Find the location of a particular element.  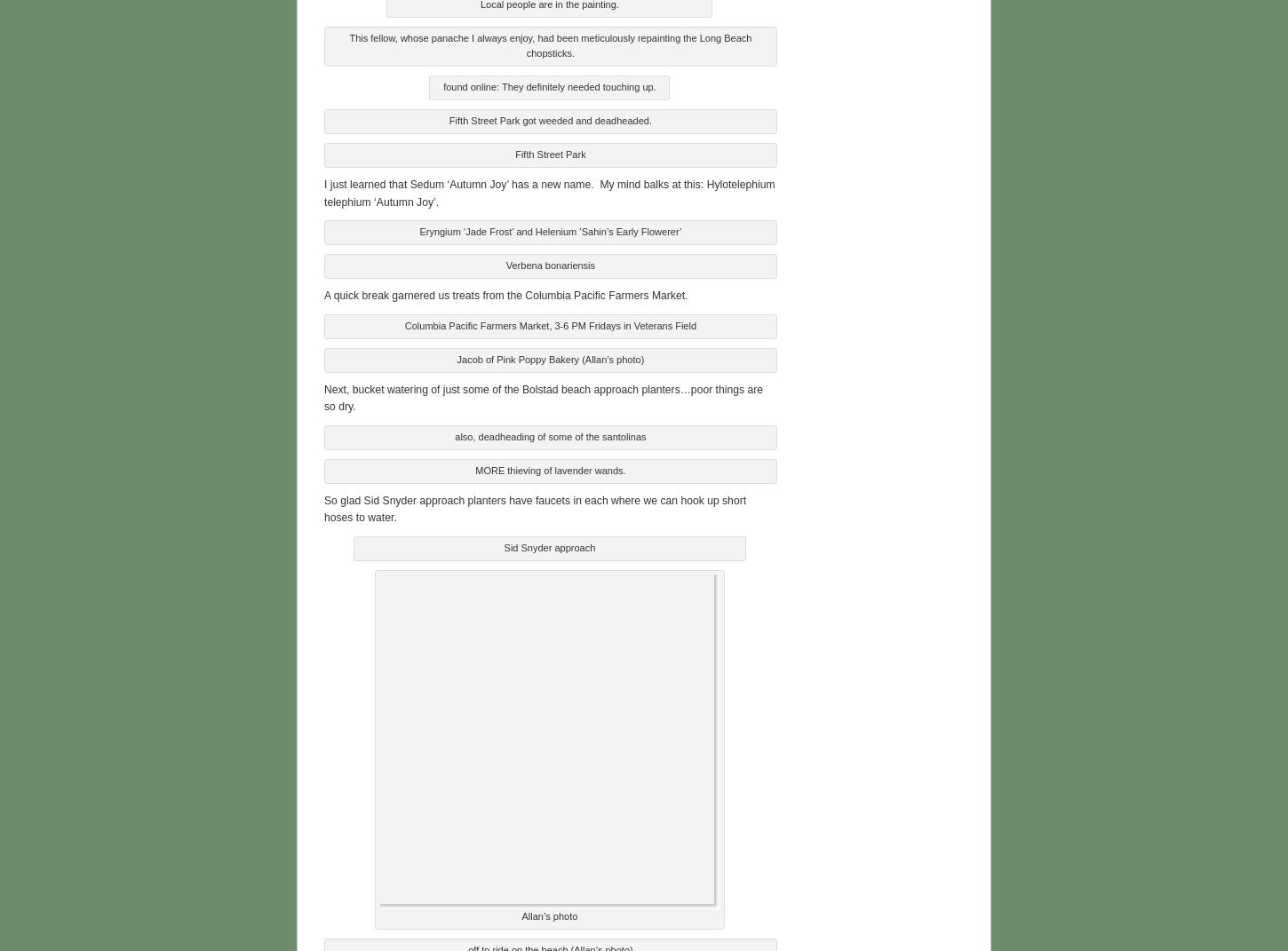

'A quick break garnered us treats from the Columbia Pacific Farmers Market.' is located at coordinates (505, 293).